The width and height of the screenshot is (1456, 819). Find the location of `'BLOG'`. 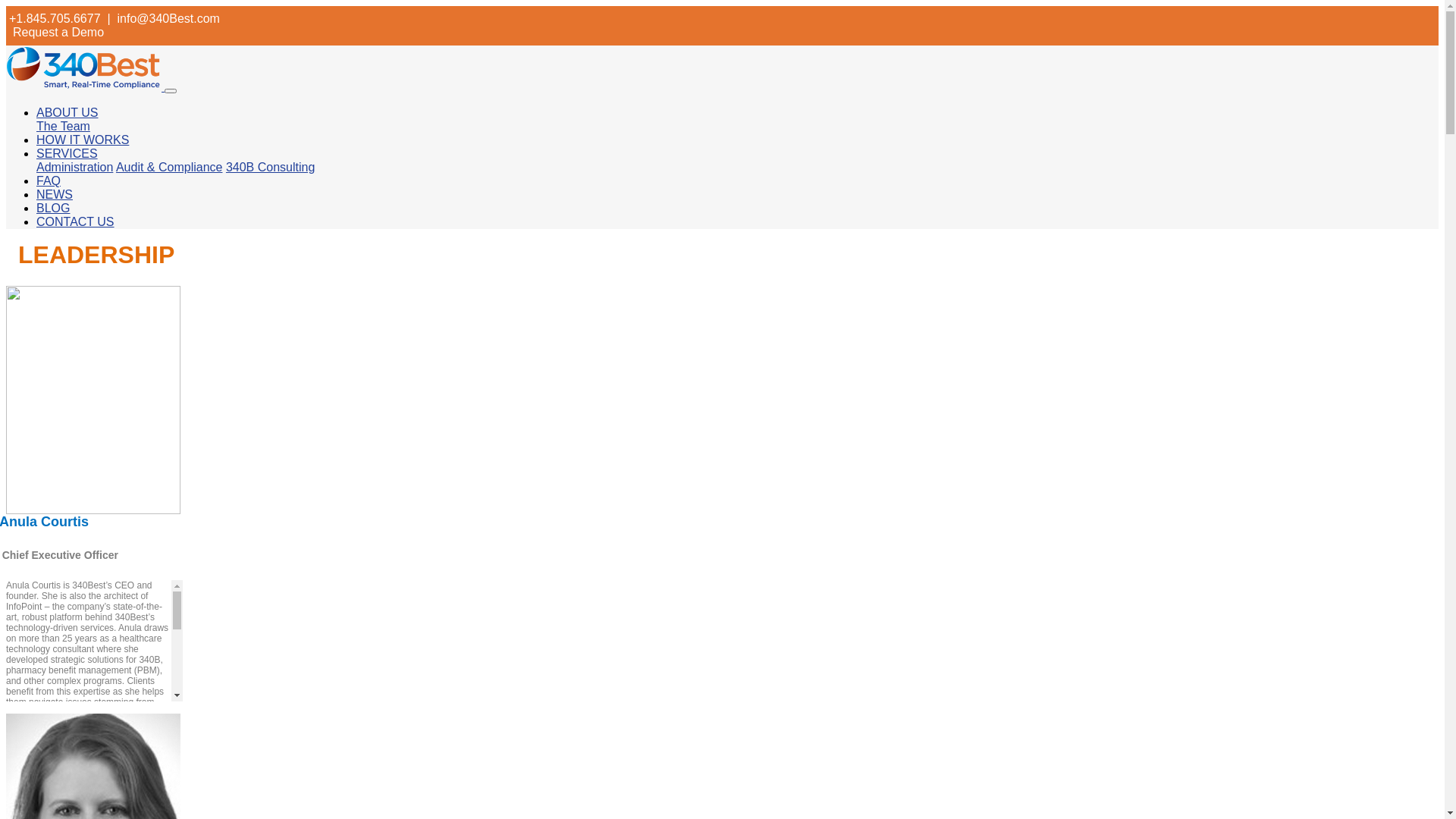

'BLOG' is located at coordinates (53, 208).